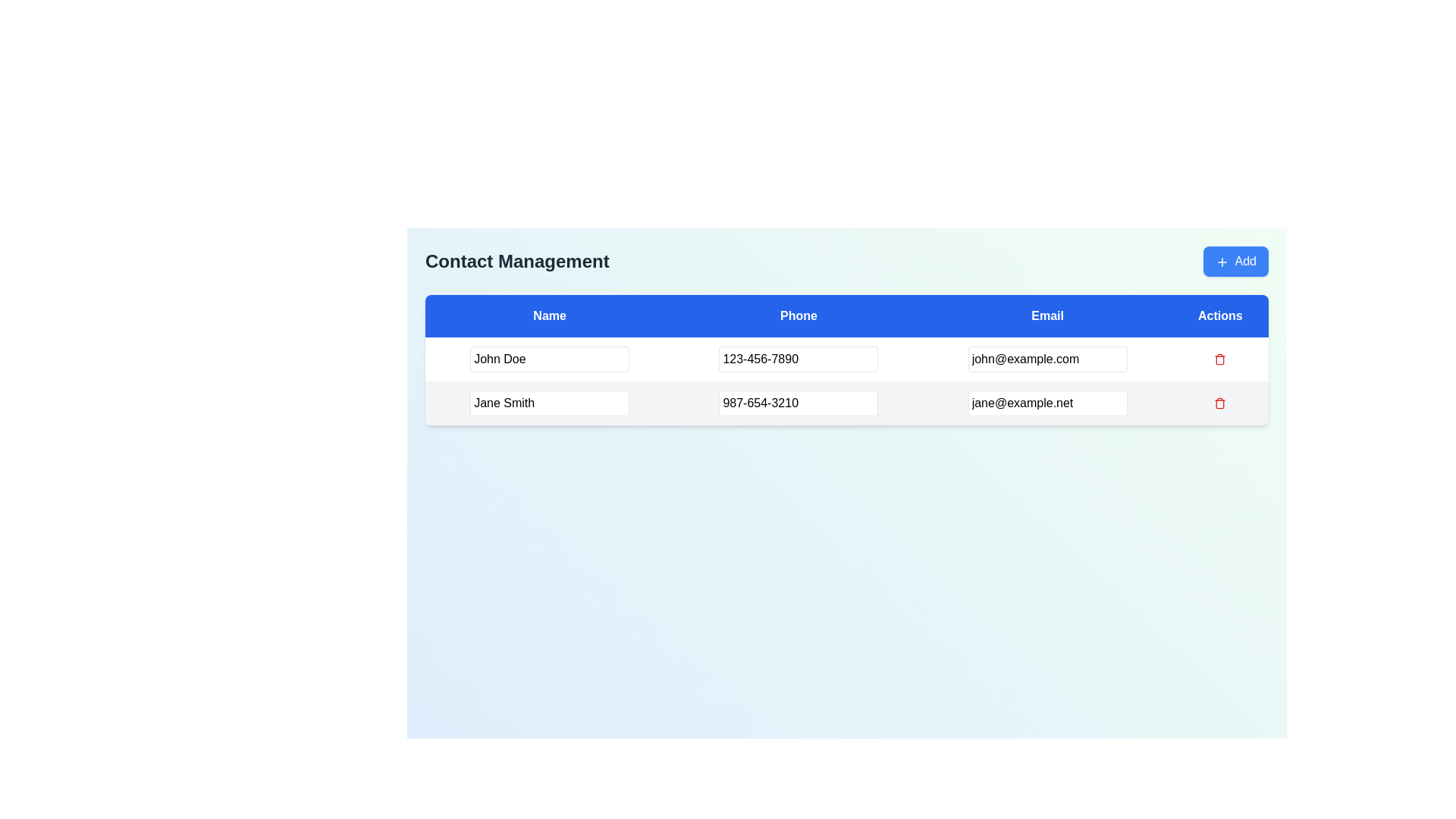  Describe the element at coordinates (798, 315) in the screenshot. I see `the header cell that indicates the phone numbers column, located between the 'Name' and 'Email' headers in the table` at that location.